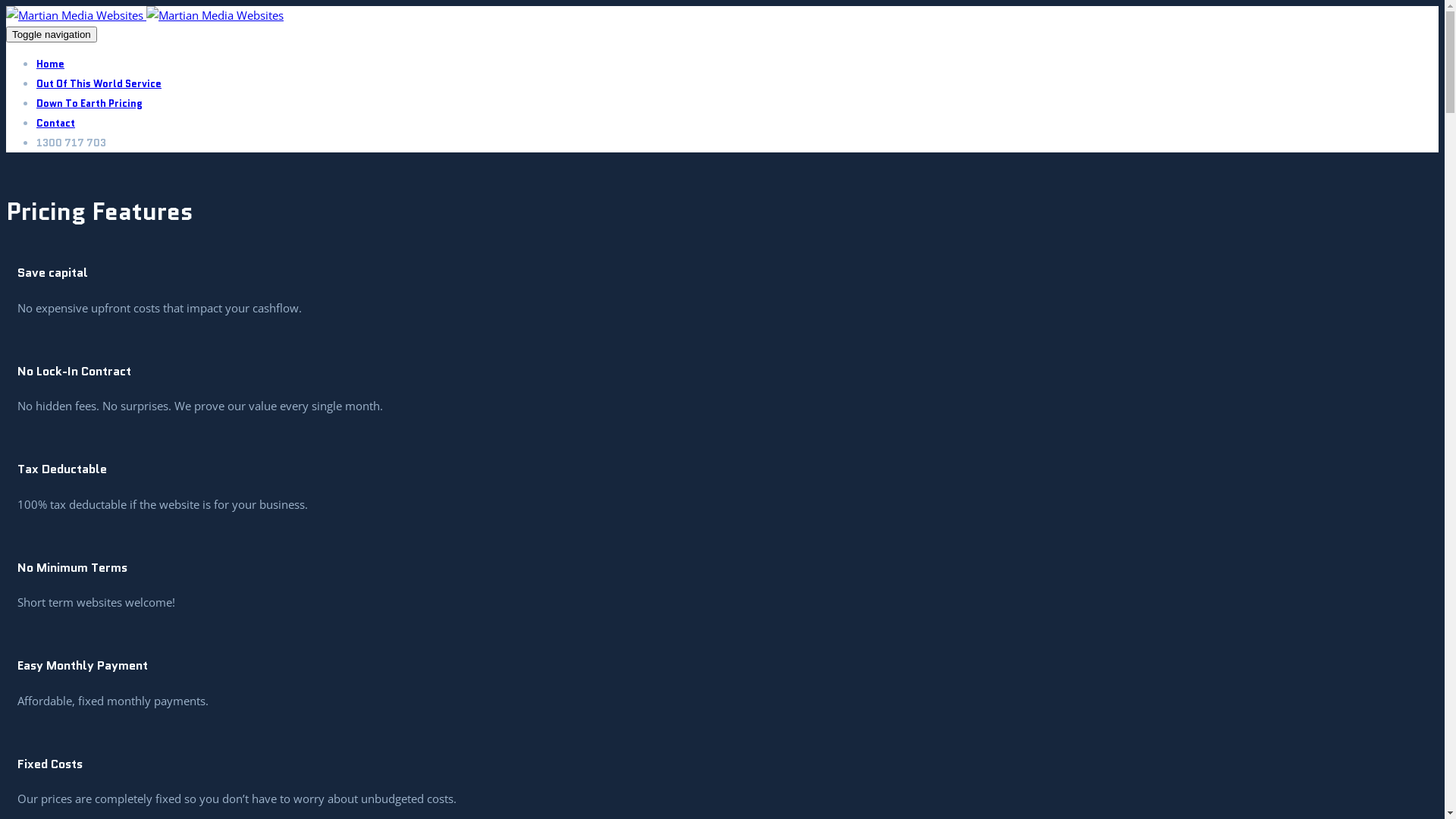  What do you see at coordinates (51, 34) in the screenshot?
I see `'Toggle navigation'` at bounding box center [51, 34].